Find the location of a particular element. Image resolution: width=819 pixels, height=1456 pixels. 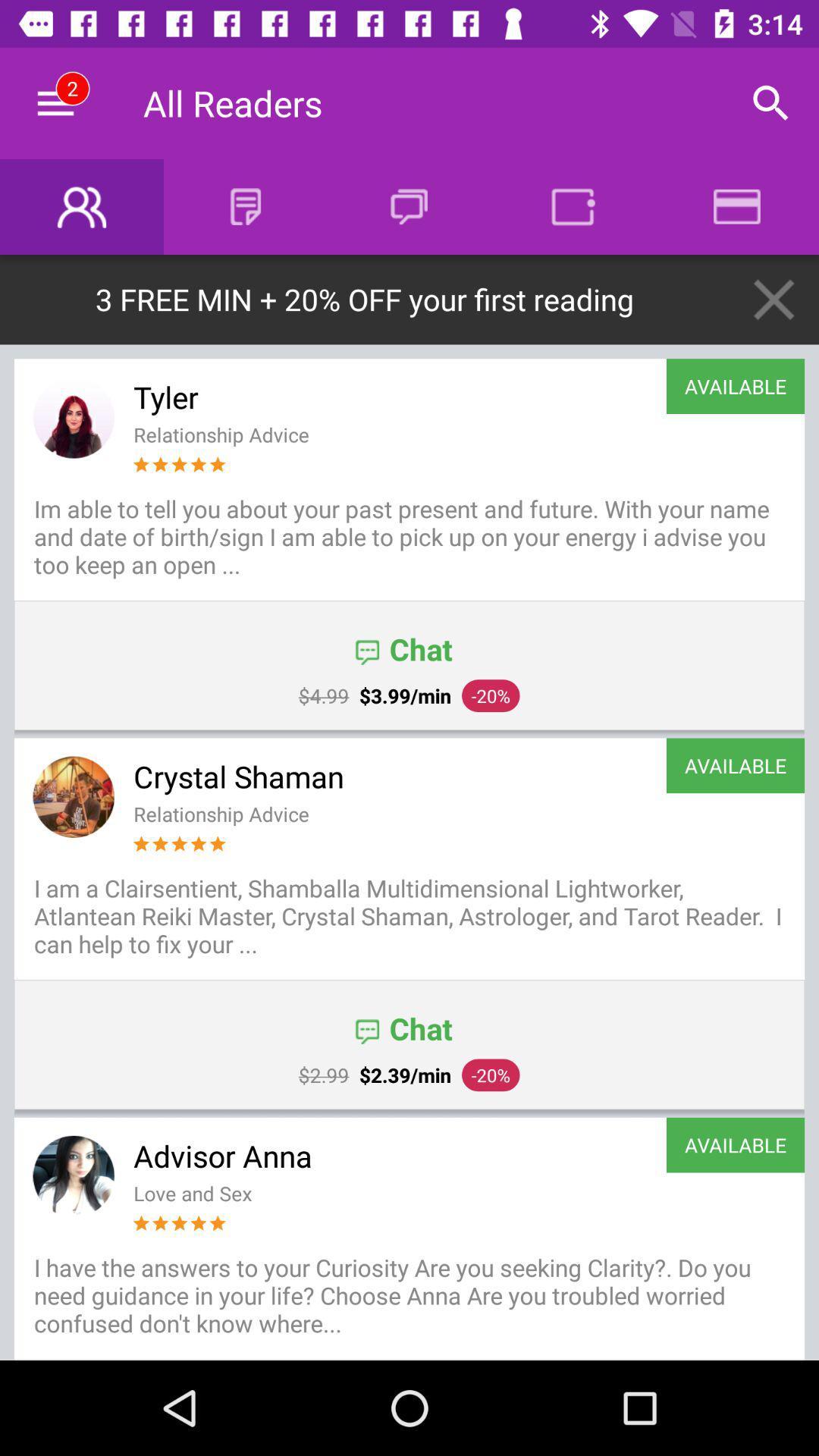

the icon above the available item is located at coordinates (773, 300).